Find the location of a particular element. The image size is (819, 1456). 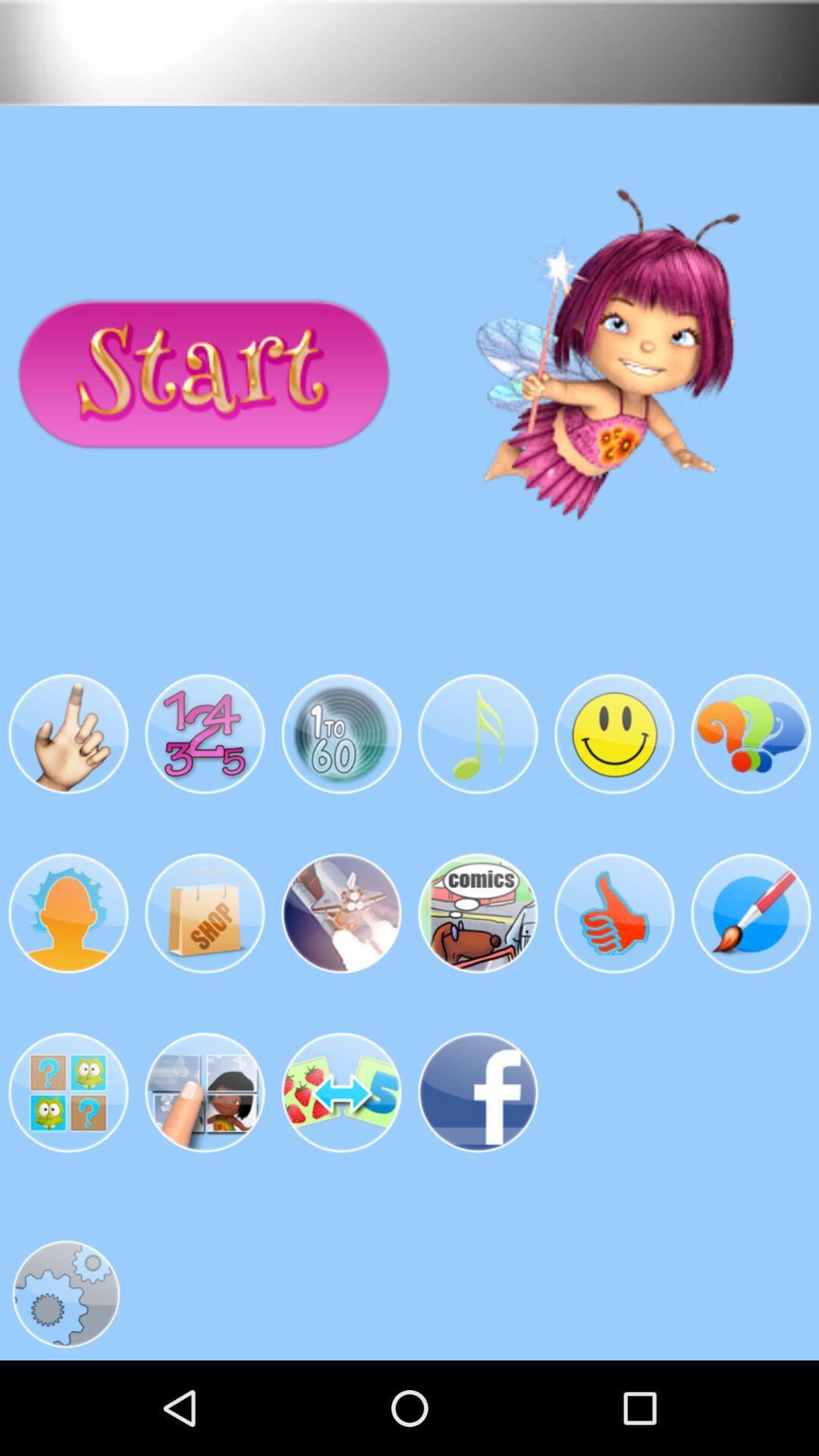

the emoji icon is located at coordinates (614, 786).